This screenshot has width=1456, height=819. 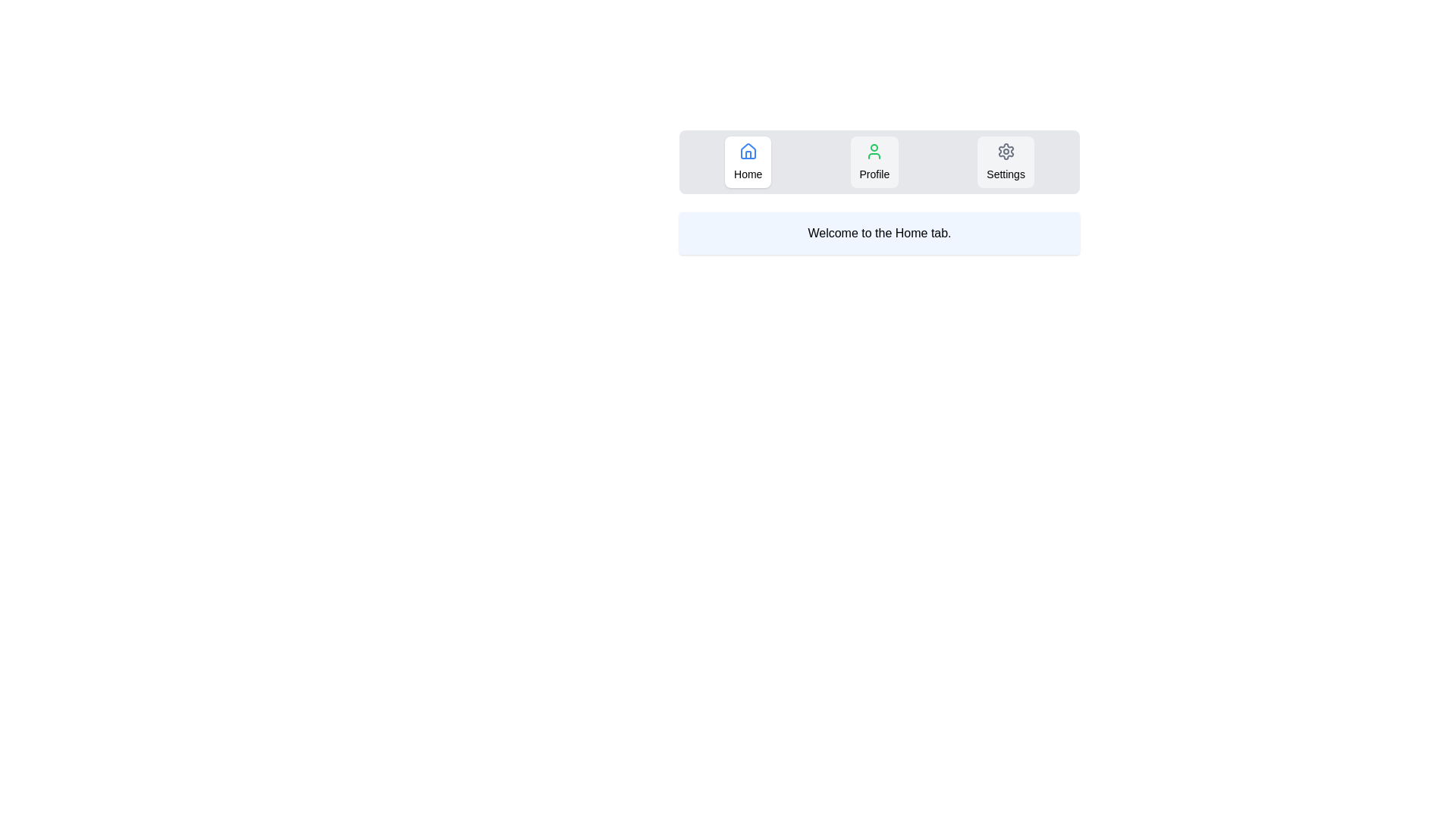 What do you see at coordinates (1005, 162) in the screenshot?
I see `the Settings tab to view its hover effect` at bounding box center [1005, 162].